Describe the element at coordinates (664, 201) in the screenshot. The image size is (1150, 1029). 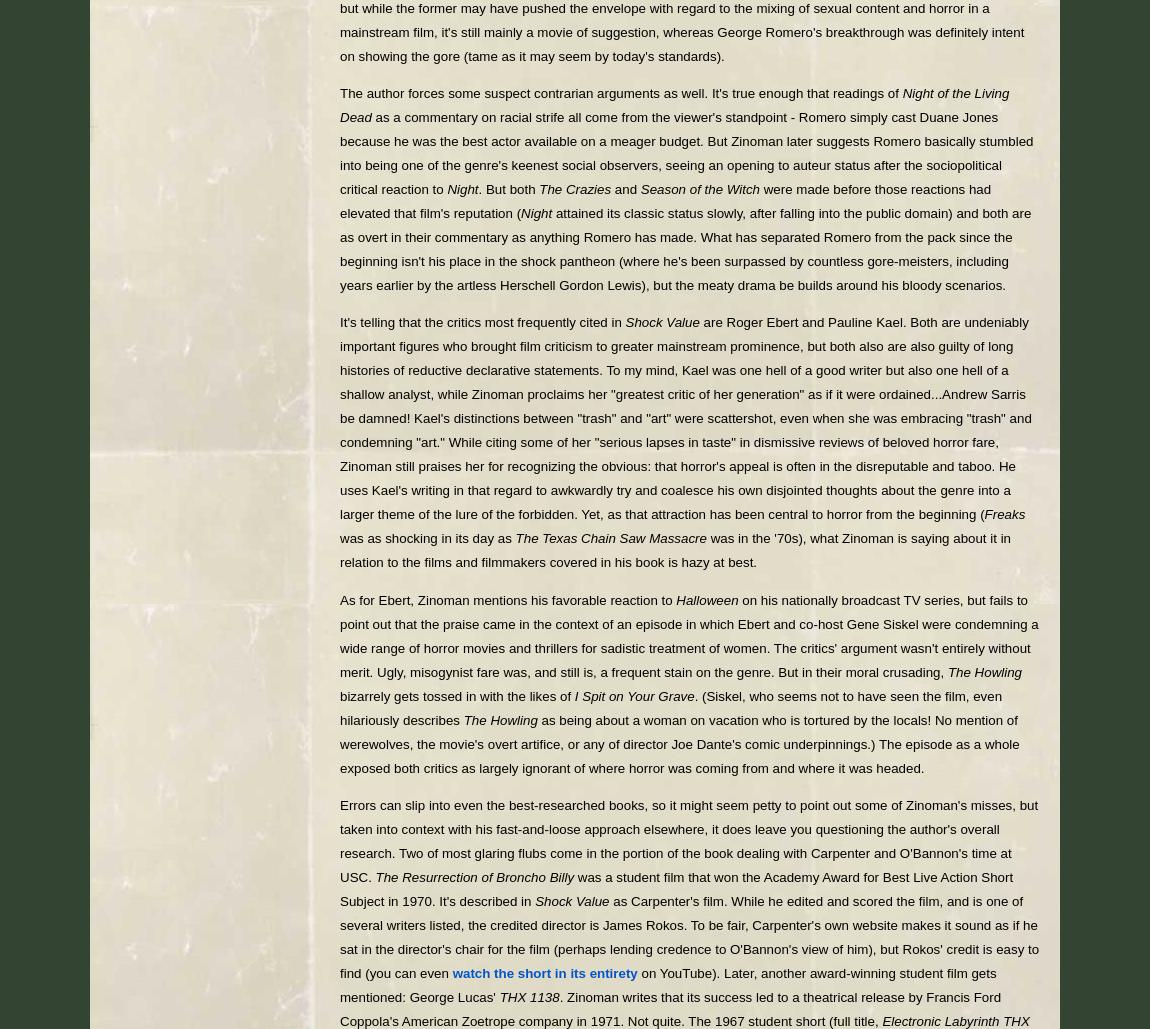
I see `'were made
before those reactions had elevated that film's reputation ('` at that location.